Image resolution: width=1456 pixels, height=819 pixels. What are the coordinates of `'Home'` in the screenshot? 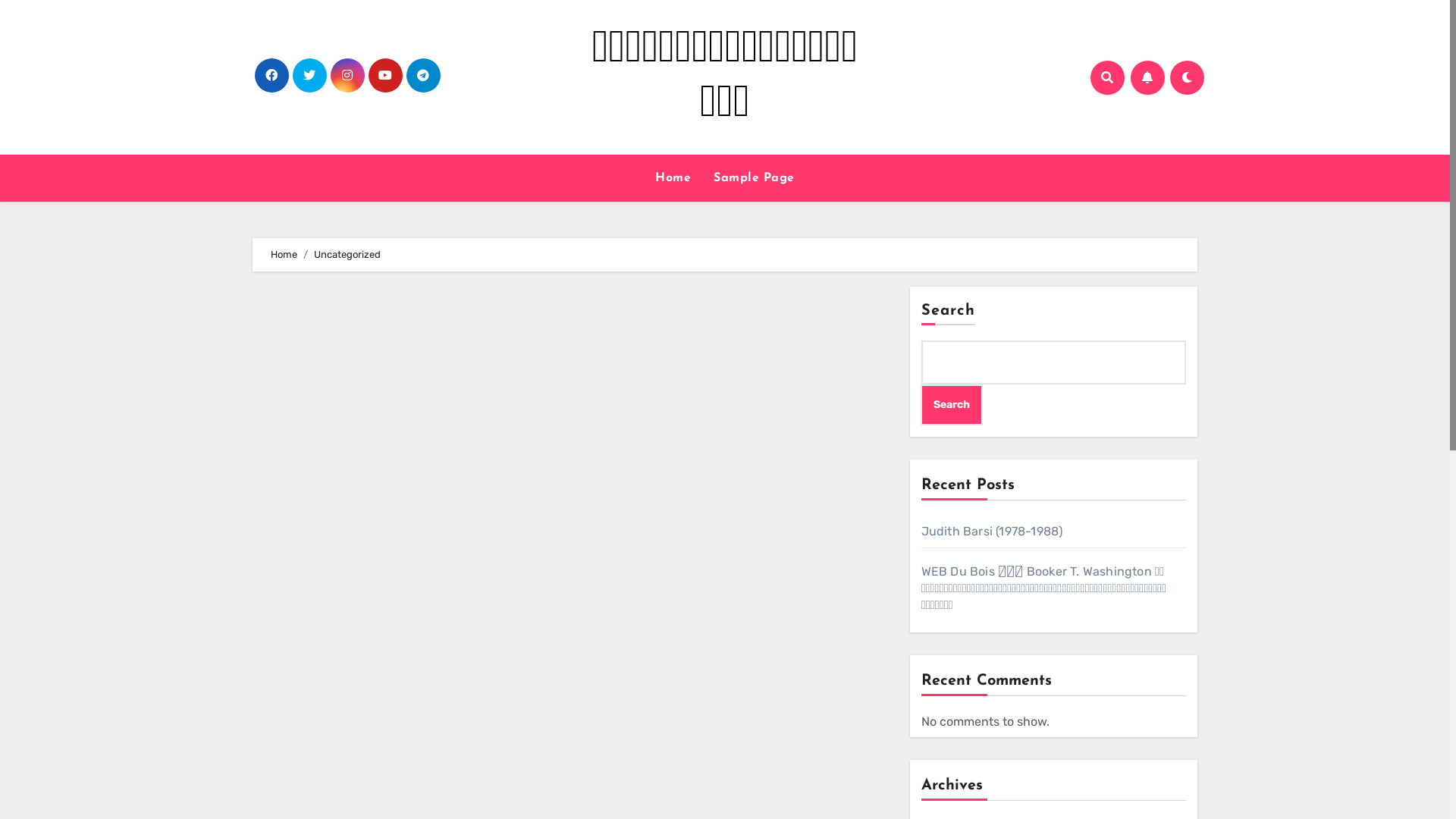 It's located at (672, 177).